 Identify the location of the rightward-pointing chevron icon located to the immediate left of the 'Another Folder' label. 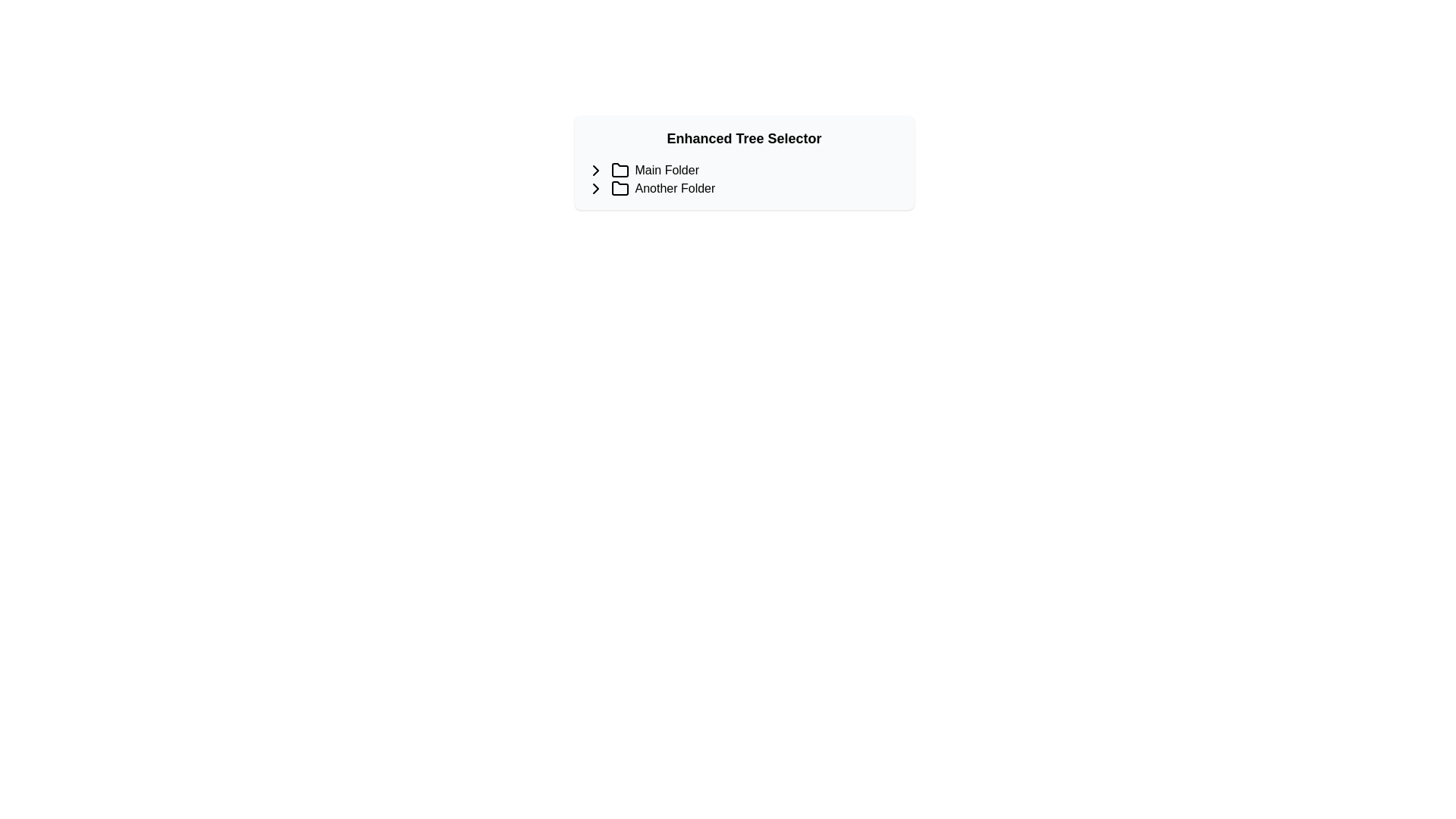
(595, 188).